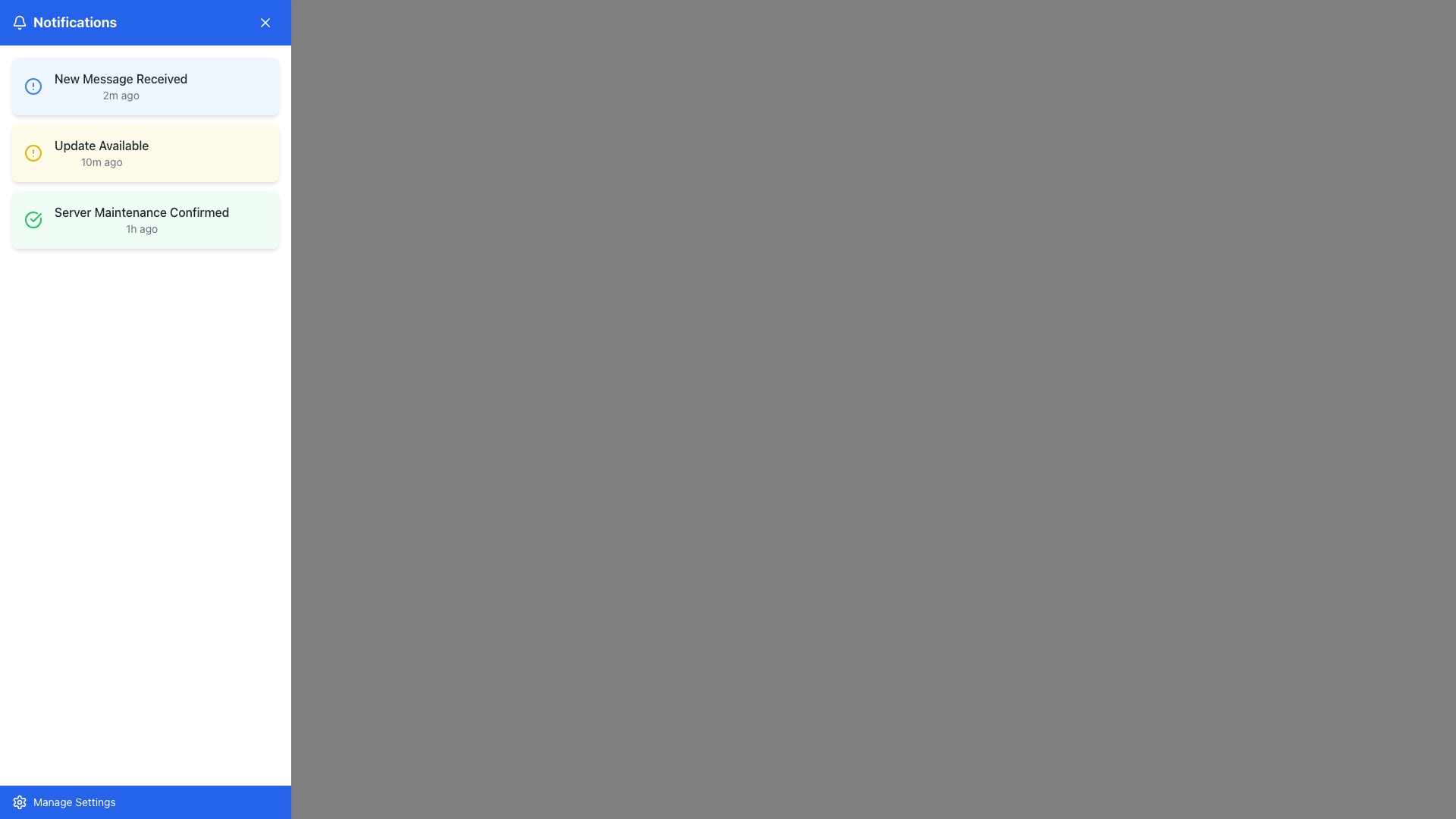 The image size is (1456, 819). I want to click on the leftmost icon of the 'New Message Received' notification item, so click(33, 86).